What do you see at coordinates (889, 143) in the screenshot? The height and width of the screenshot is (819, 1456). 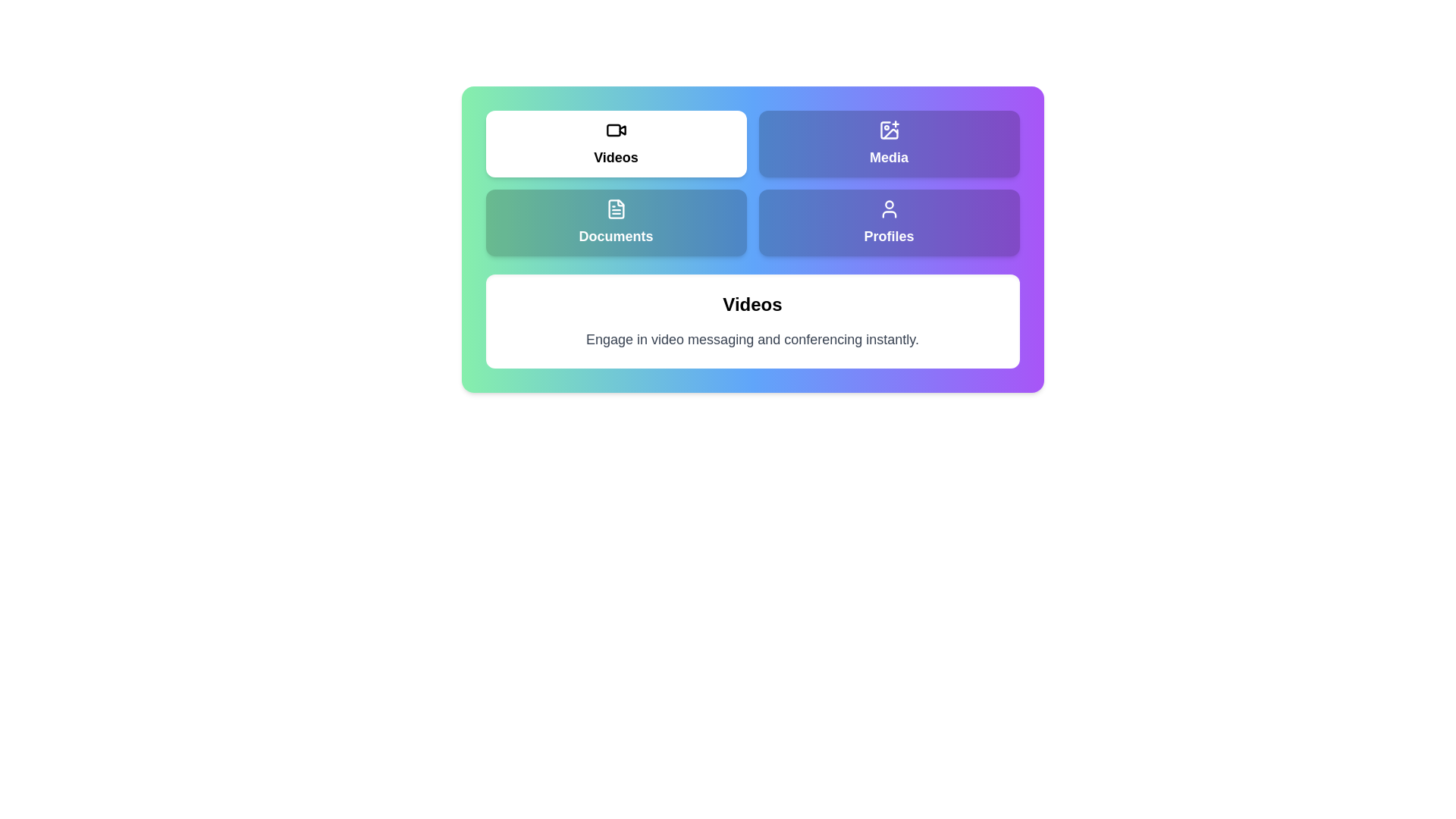 I see `the Media tab to view its content` at bounding box center [889, 143].